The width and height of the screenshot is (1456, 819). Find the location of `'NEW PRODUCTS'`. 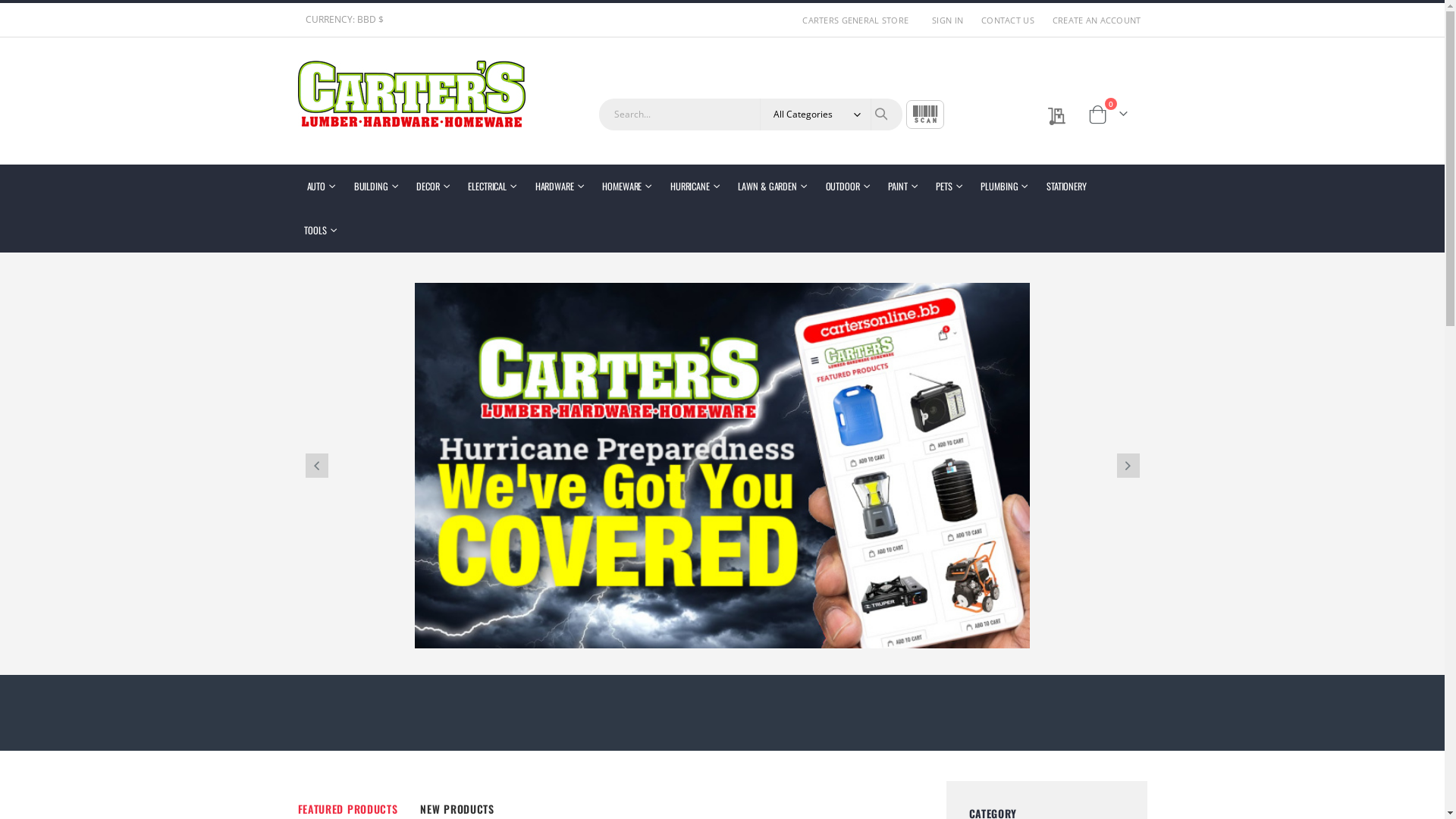

'NEW PRODUCTS' is located at coordinates (456, 808).